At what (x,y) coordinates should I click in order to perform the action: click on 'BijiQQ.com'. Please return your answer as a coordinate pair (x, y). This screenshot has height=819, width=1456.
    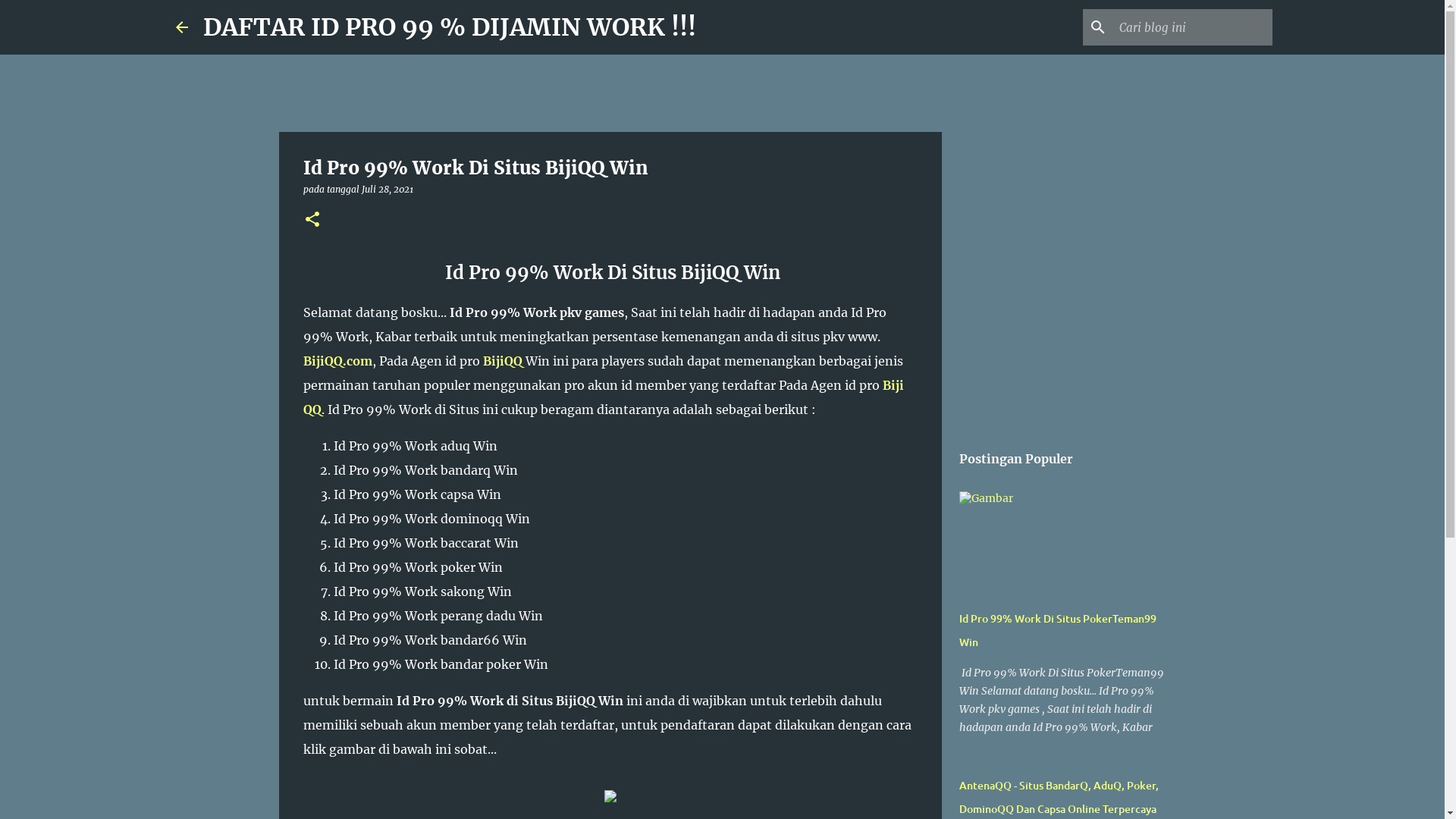
    Looking at the image, I should click on (337, 360).